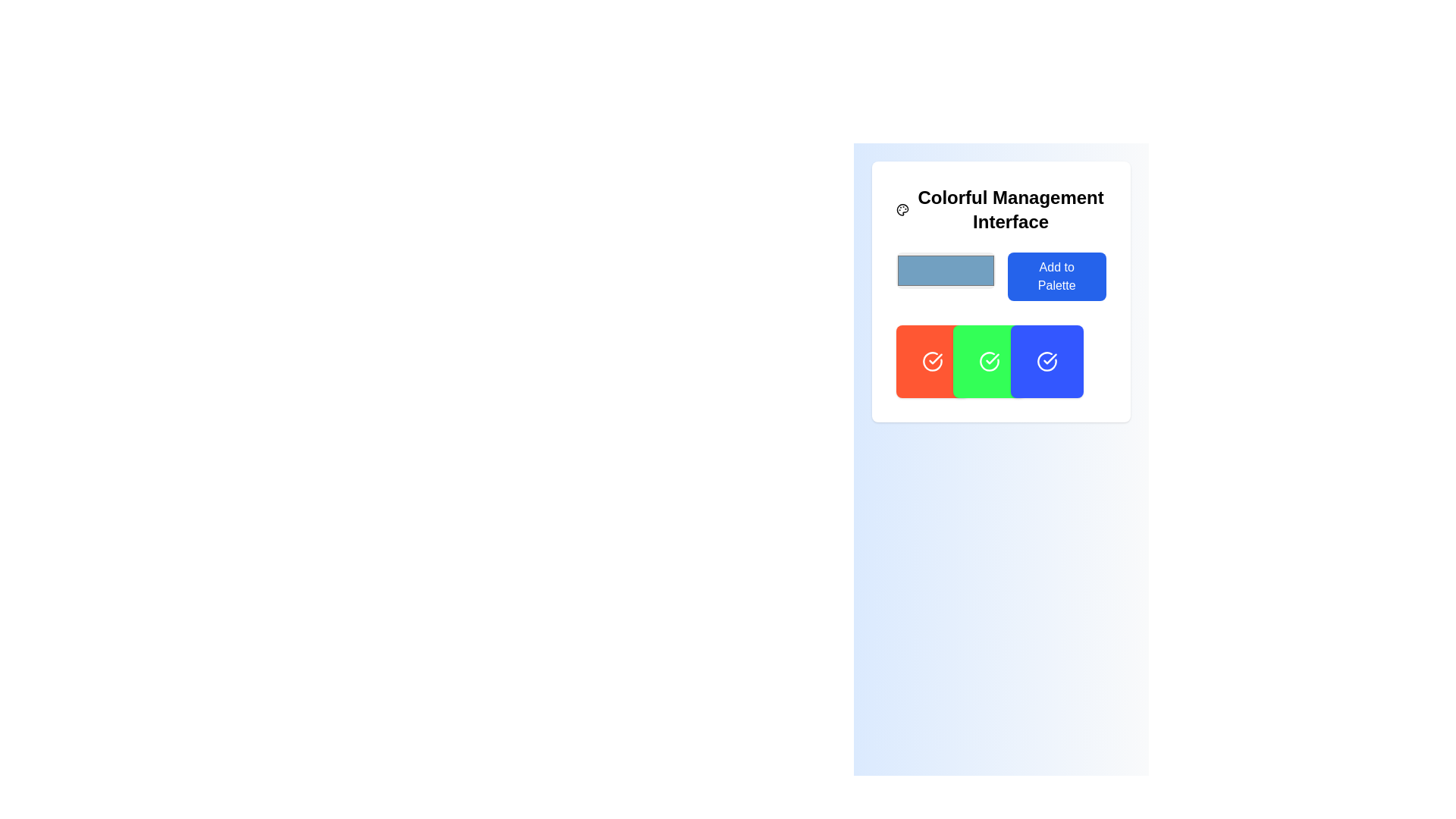  What do you see at coordinates (931, 362) in the screenshot?
I see `the leftmost circular icon` at bounding box center [931, 362].